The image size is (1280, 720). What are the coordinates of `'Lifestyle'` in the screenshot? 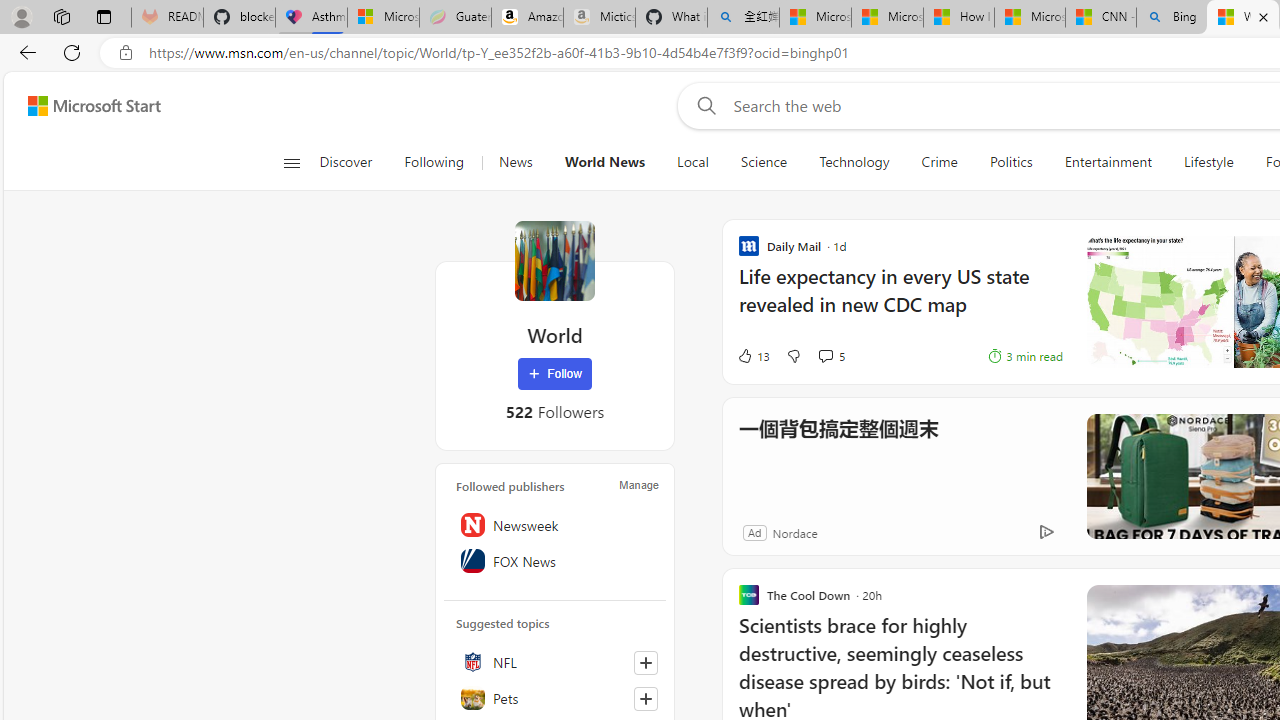 It's located at (1207, 162).